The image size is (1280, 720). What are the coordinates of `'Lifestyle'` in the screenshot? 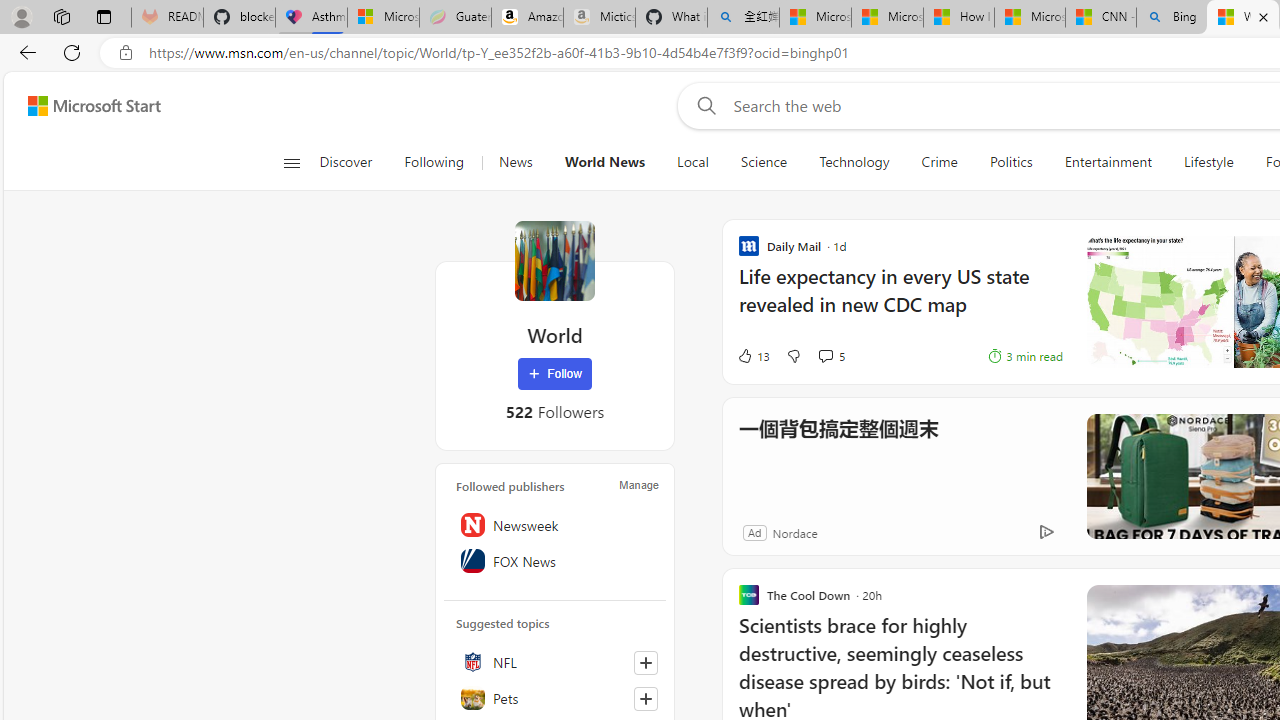 It's located at (1207, 162).